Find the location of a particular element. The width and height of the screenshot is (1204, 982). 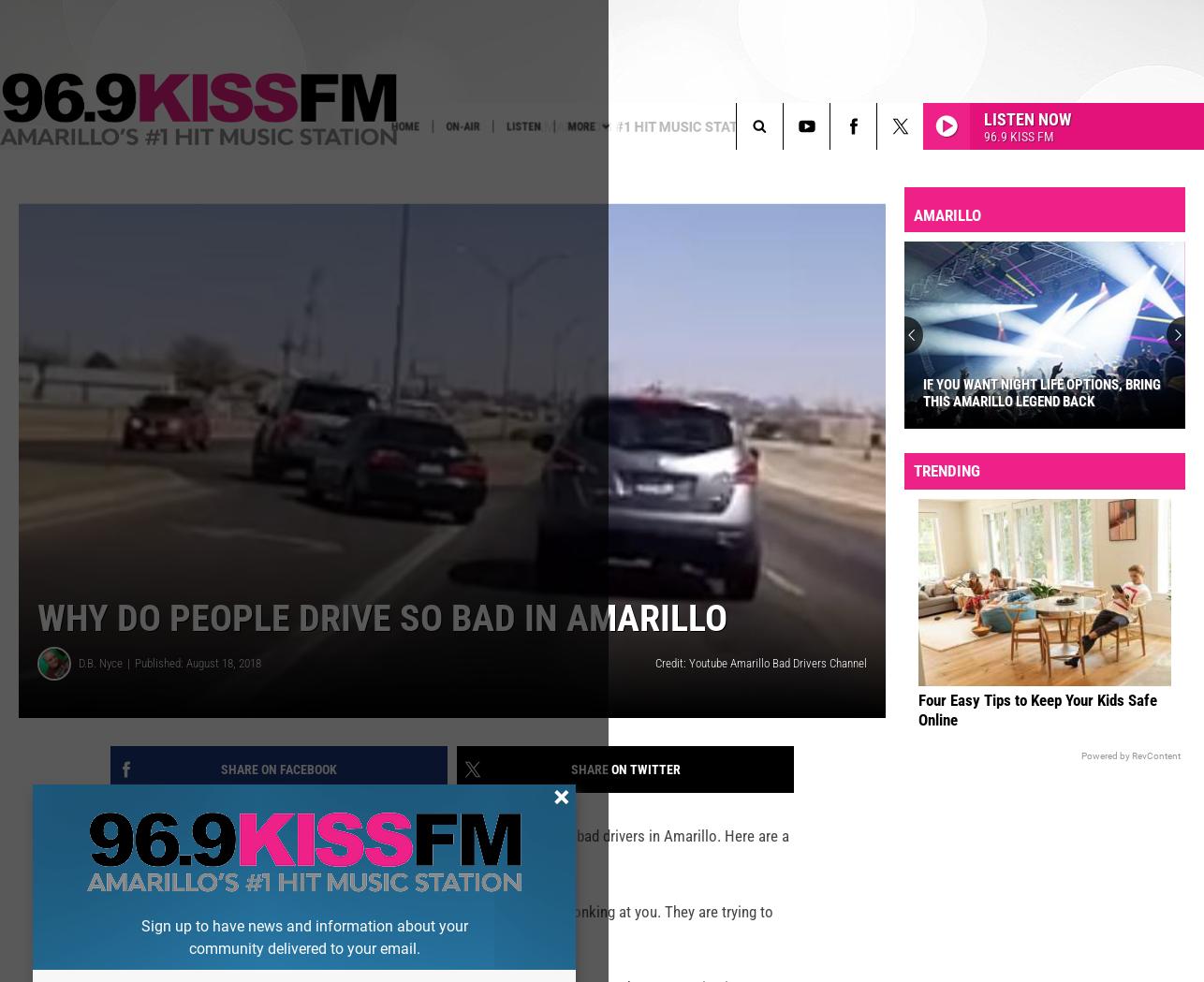

'Four Easy Tips to Keep Your Kids Safe Online' is located at coordinates (1036, 740).